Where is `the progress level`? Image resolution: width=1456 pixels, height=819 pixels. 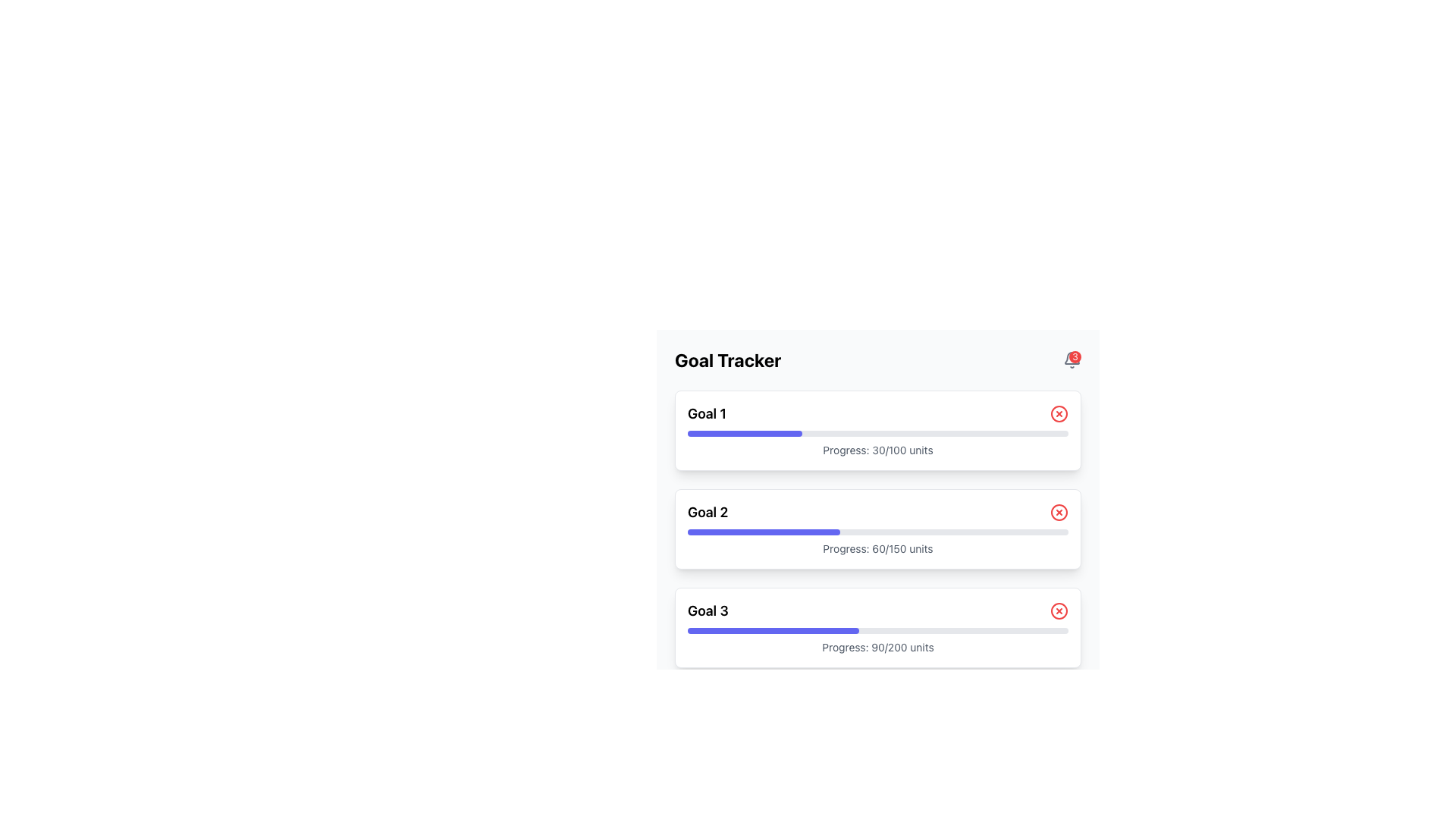 the progress level is located at coordinates (742, 532).